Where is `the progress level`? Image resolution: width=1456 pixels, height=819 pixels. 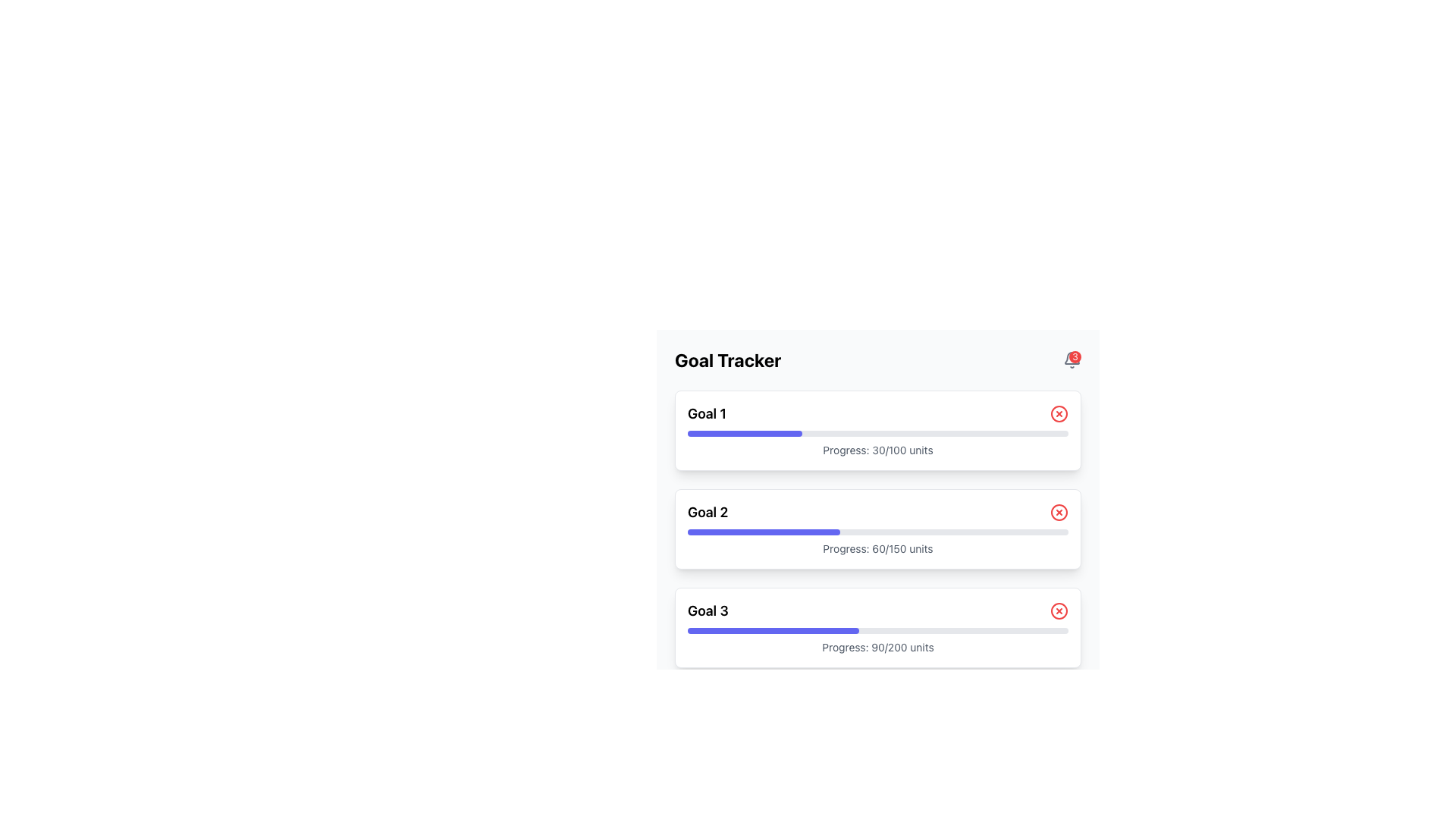 the progress level is located at coordinates (742, 532).